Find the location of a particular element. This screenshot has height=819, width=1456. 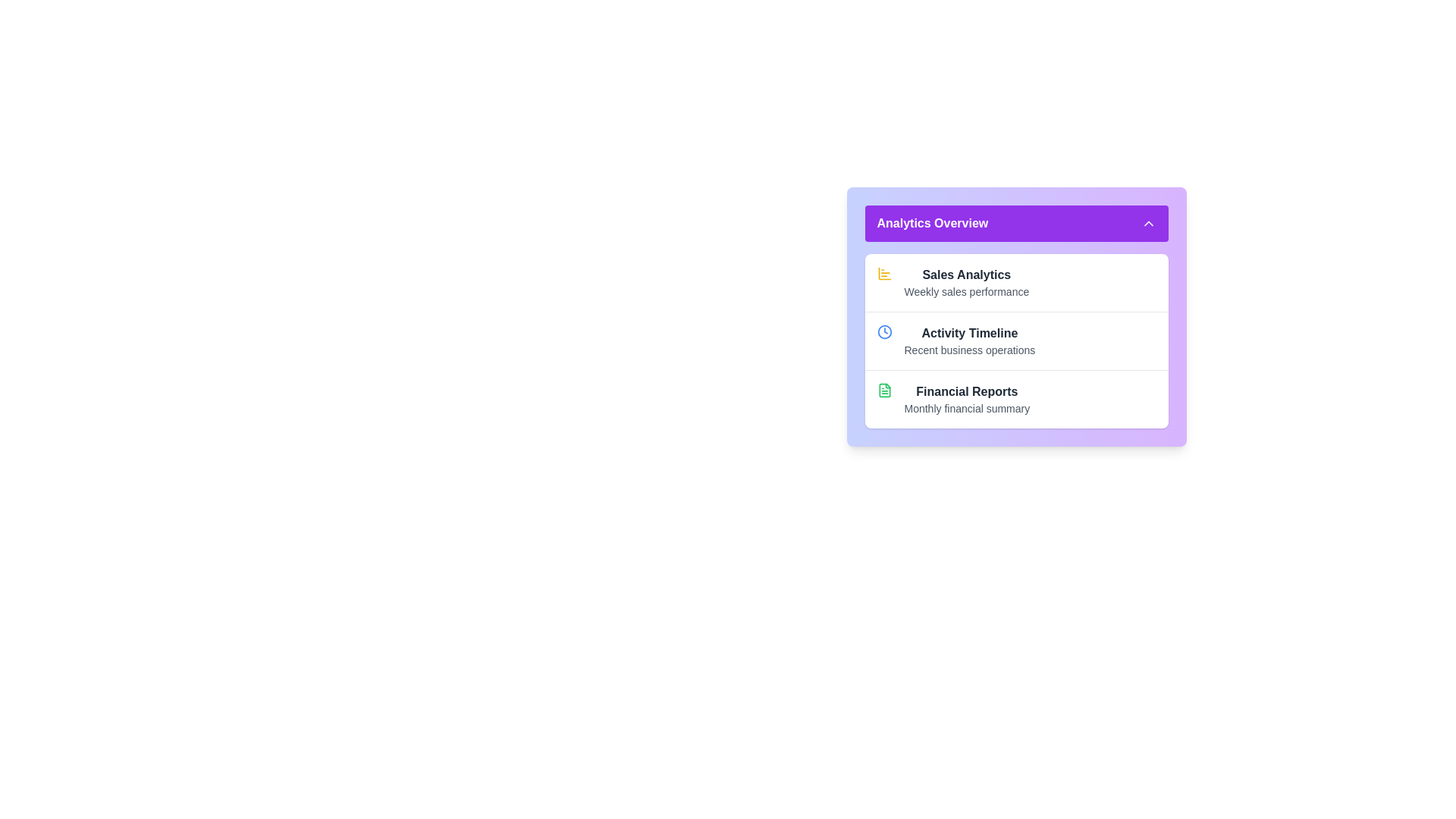

the bold text label reading 'Activity Timeline', which is the second item in the vertical list of options under 'Sales Analytics' and above 'Financial Reports' is located at coordinates (968, 332).